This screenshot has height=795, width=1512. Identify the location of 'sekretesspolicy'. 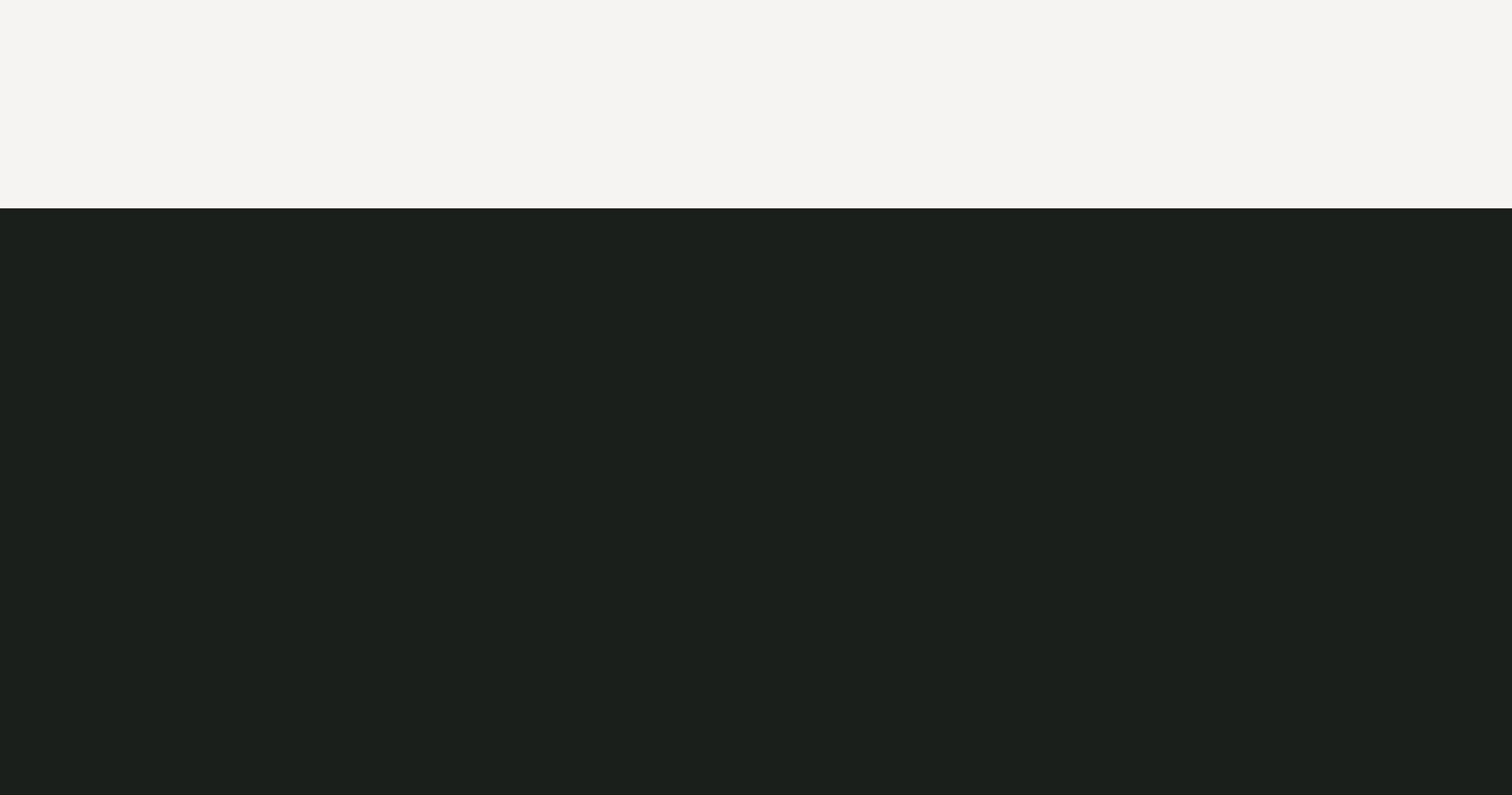
(518, 650).